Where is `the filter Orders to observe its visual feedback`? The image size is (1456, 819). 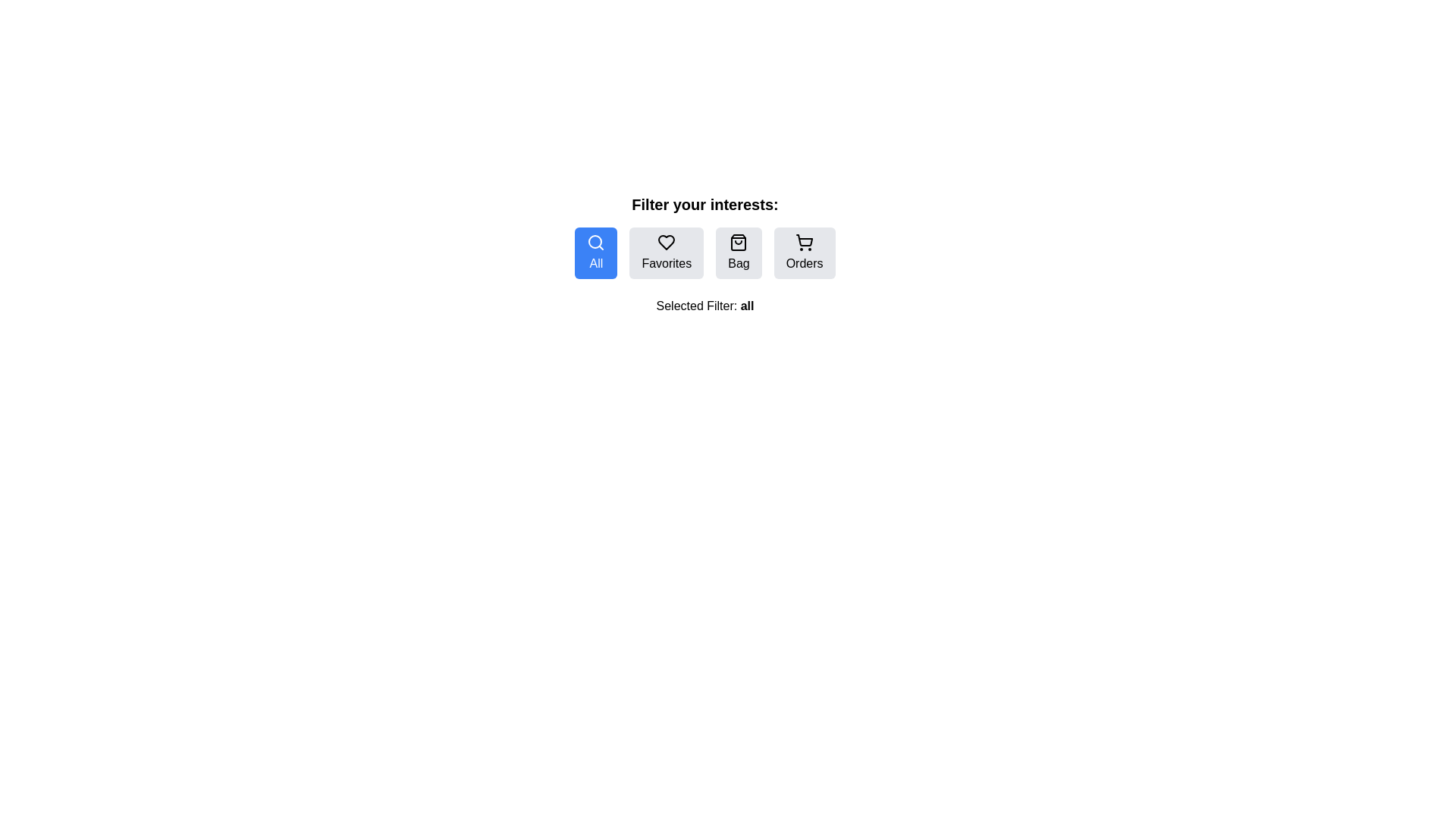 the filter Orders to observe its visual feedback is located at coordinates (803, 253).